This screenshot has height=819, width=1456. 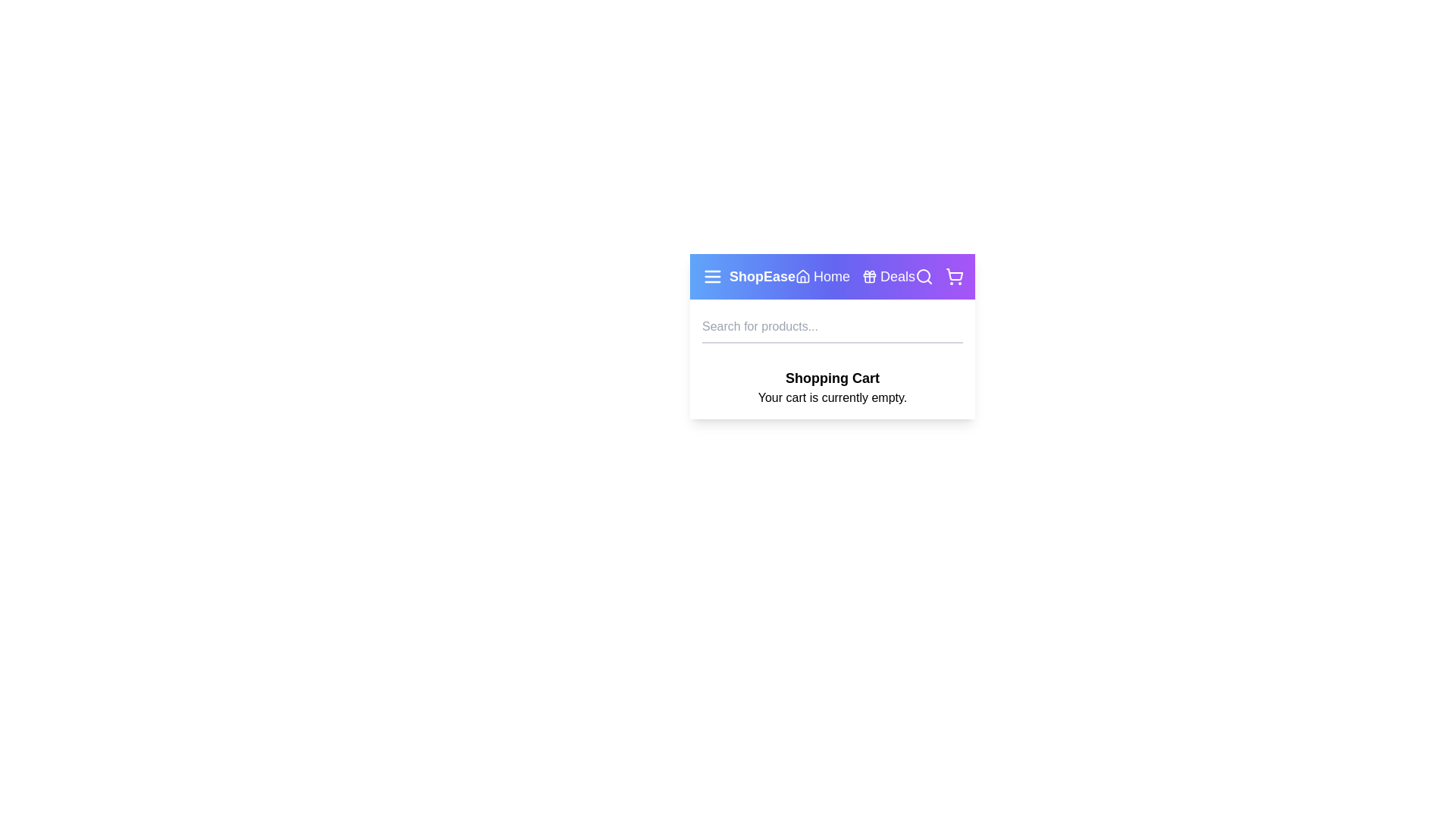 What do you see at coordinates (888, 277) in the screenshot?
I see `the 'Deals' button to navigate to the deals section` at bounding box center [888, 277].